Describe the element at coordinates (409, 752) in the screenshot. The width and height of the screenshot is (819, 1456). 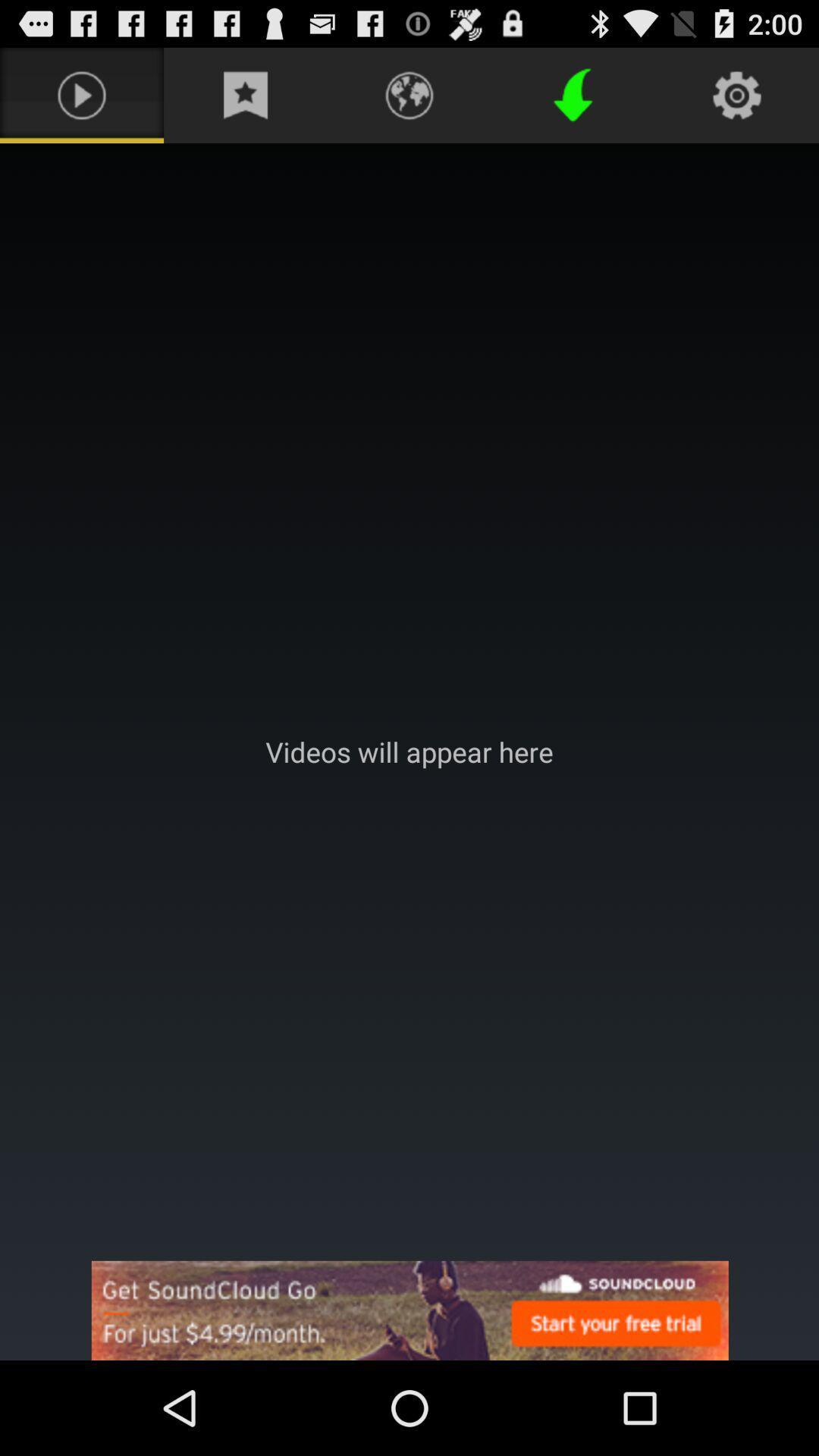
I see `vidoes will appear here` at that location.